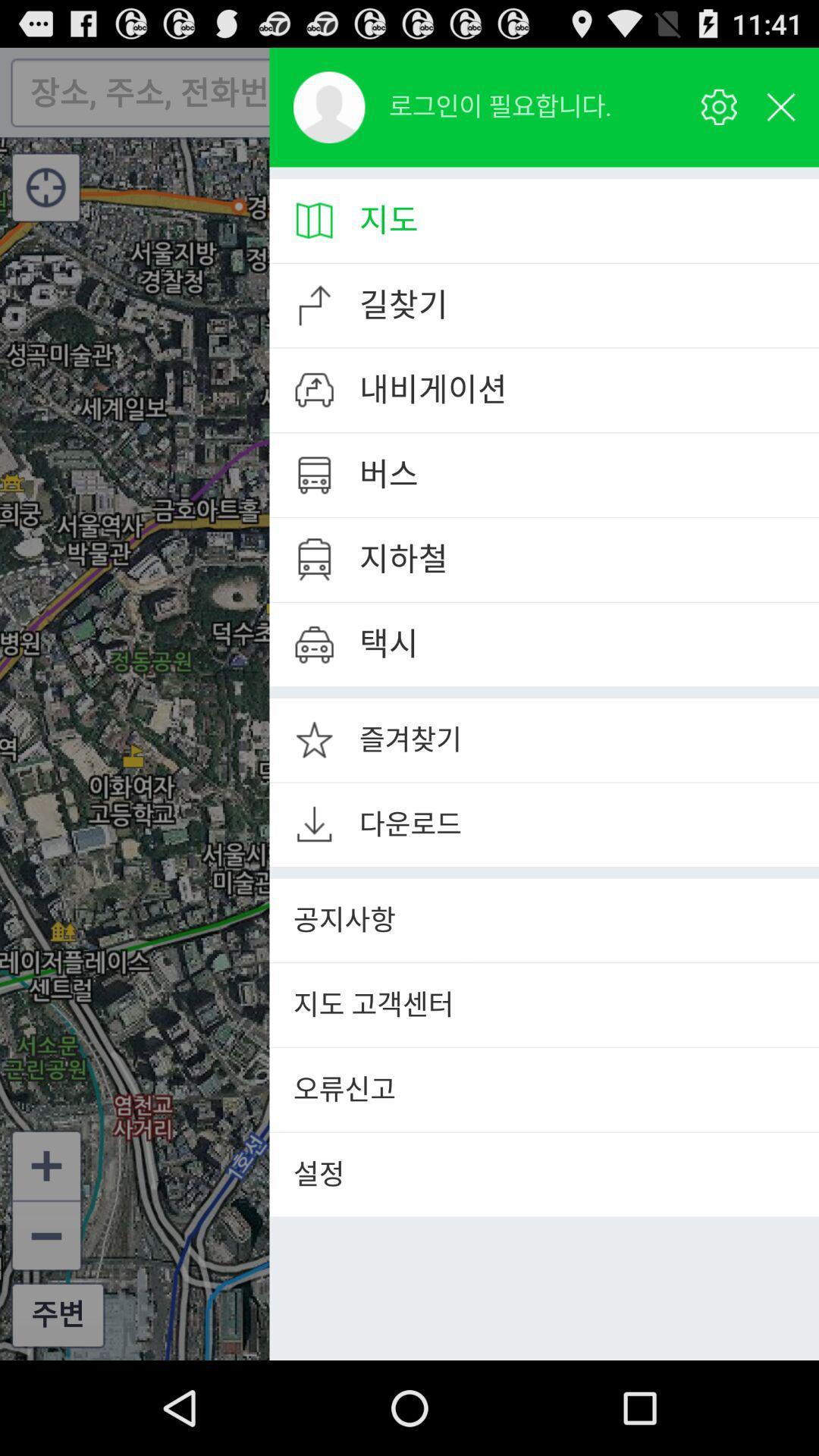 This screenshot has width=819, height=1456. I want to click on the close icon, so click(773, 99).